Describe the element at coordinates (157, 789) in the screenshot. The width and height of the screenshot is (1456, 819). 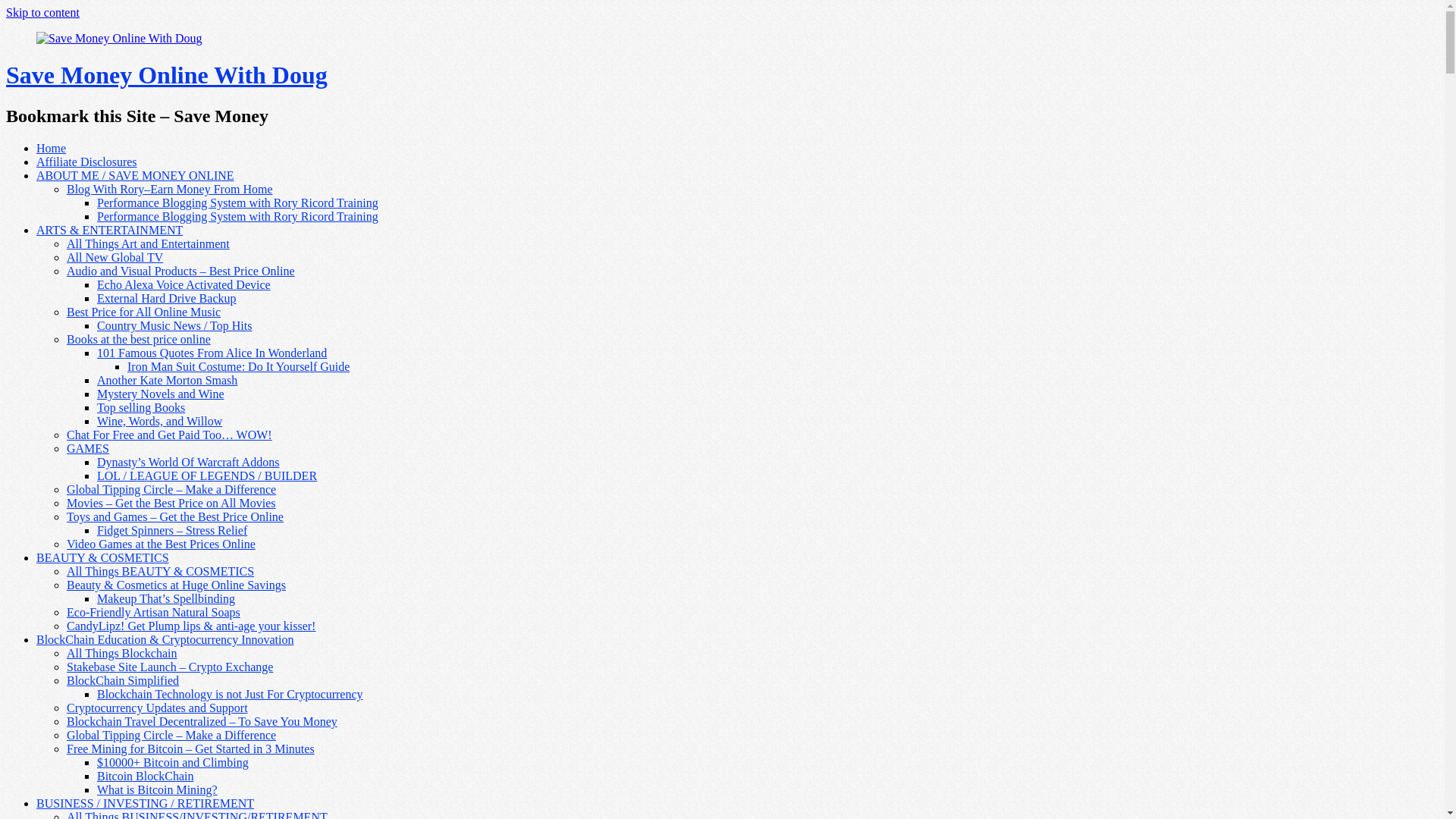
I see `'What is Bitcoin Mining?'` at that location.